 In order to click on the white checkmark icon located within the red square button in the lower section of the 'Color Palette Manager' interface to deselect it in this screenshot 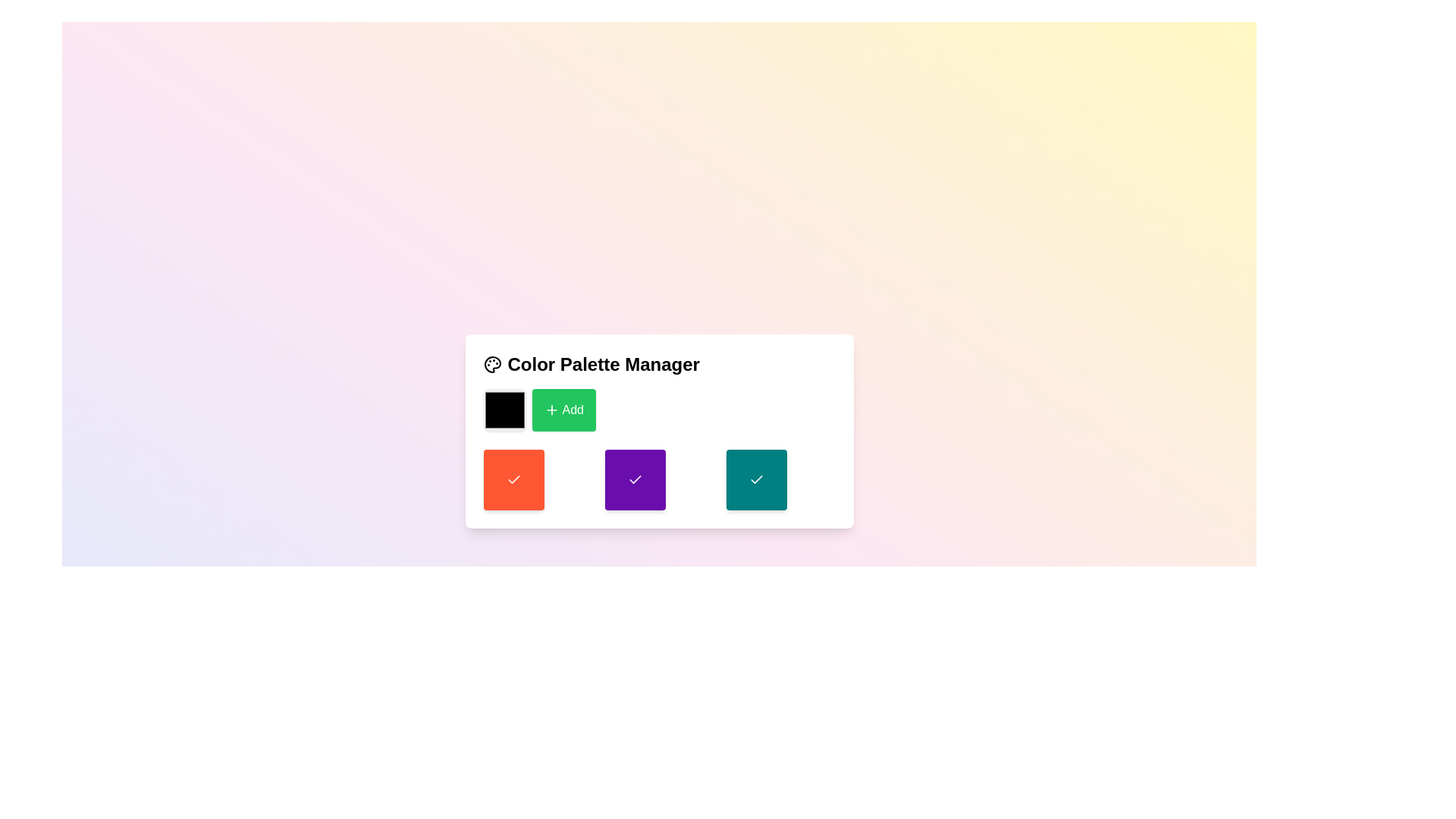, I will do `click(513, 479)`.